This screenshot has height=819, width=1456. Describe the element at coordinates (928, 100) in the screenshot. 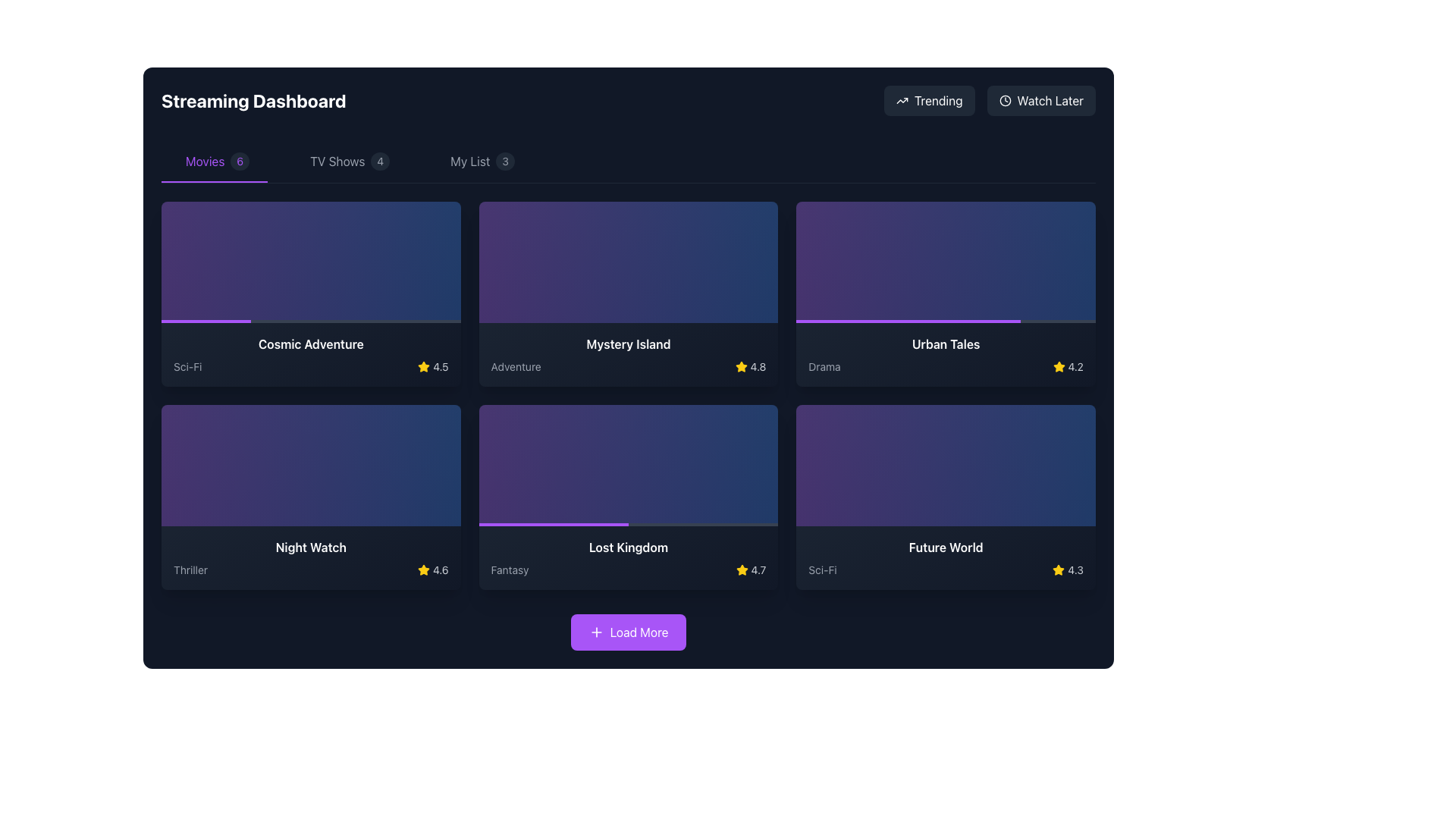

I see `the 'Trending' button located in the top-right navigation bar` at that location.